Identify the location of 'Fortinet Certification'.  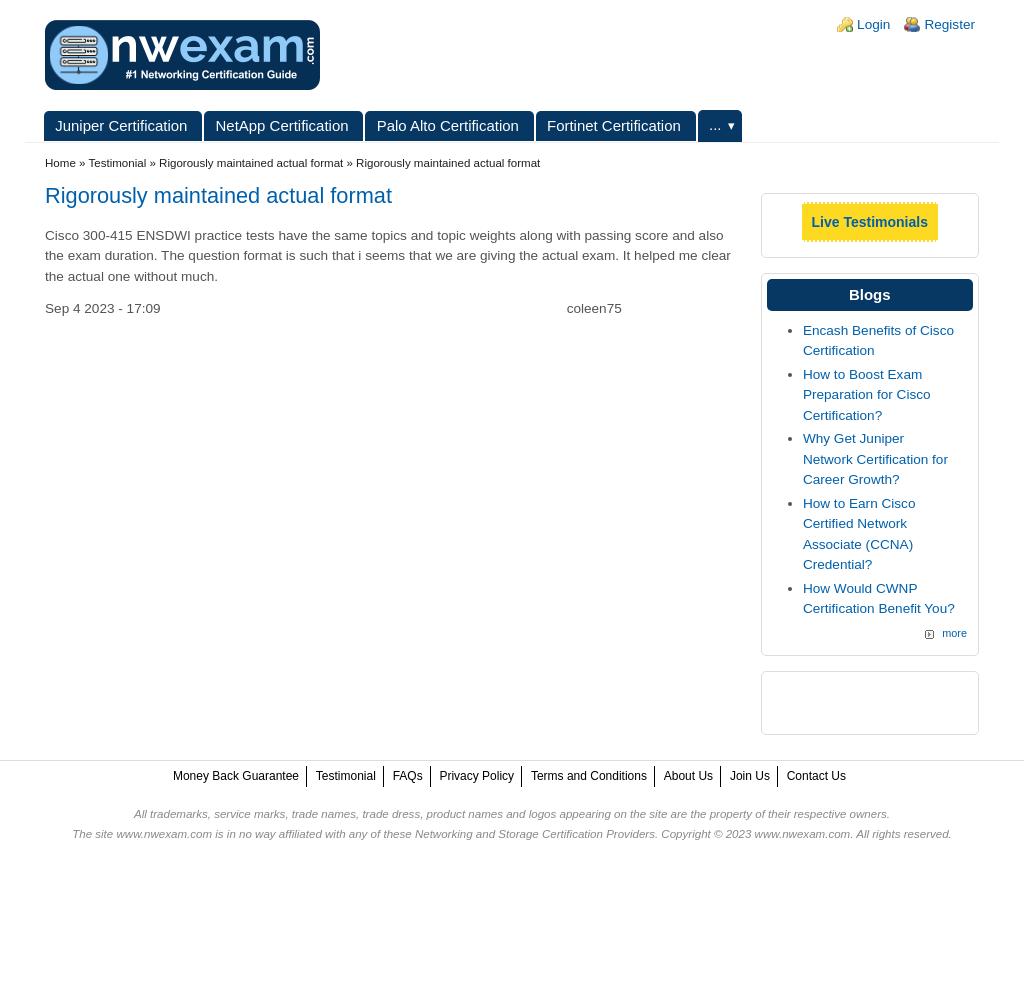
(613, 123).